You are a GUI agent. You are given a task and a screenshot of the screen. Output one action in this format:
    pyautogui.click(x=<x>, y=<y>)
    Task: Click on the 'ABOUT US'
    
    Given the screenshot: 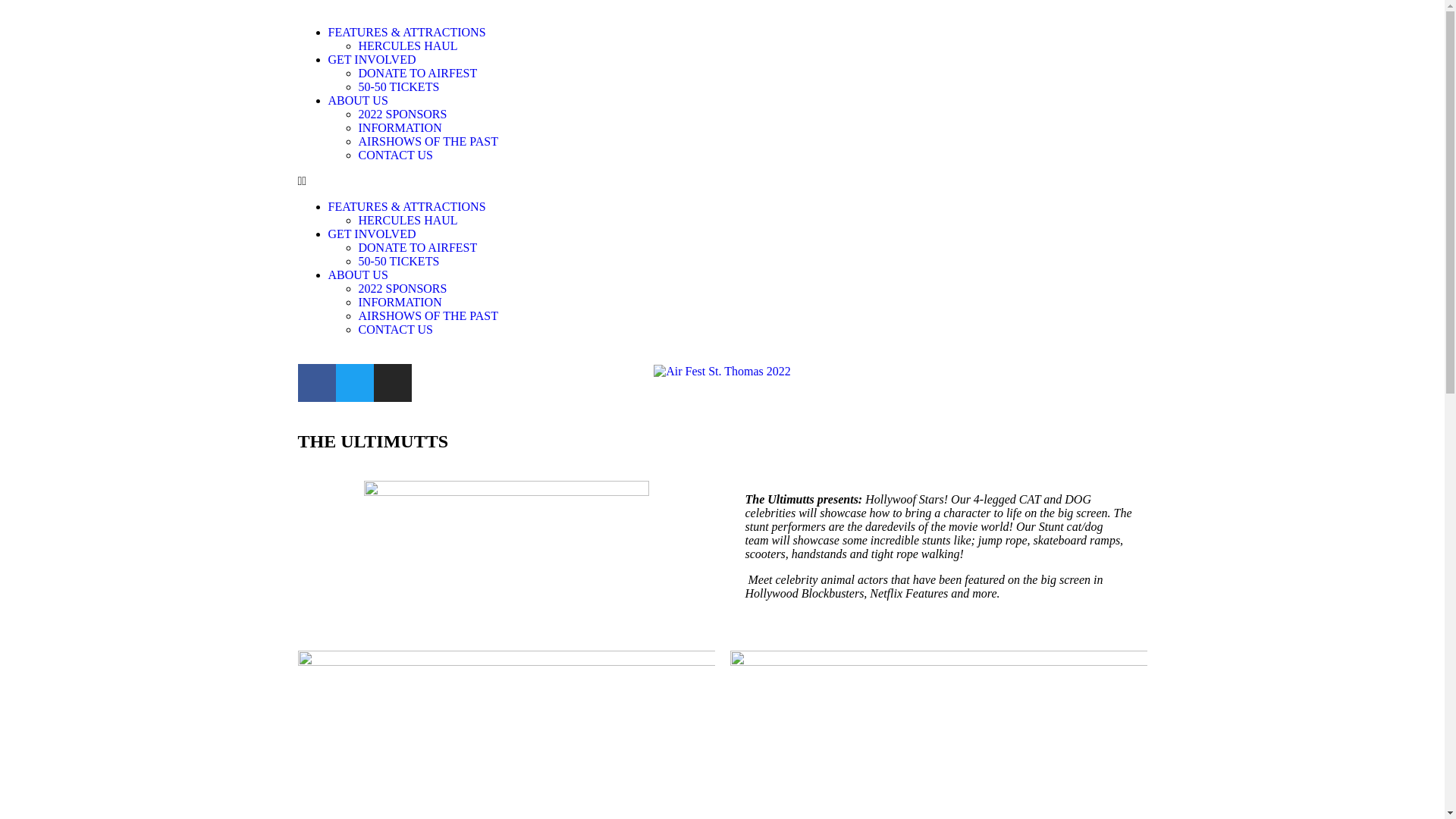 What is the action you would take?
    pyautogui.click(x=356, y=275)
    